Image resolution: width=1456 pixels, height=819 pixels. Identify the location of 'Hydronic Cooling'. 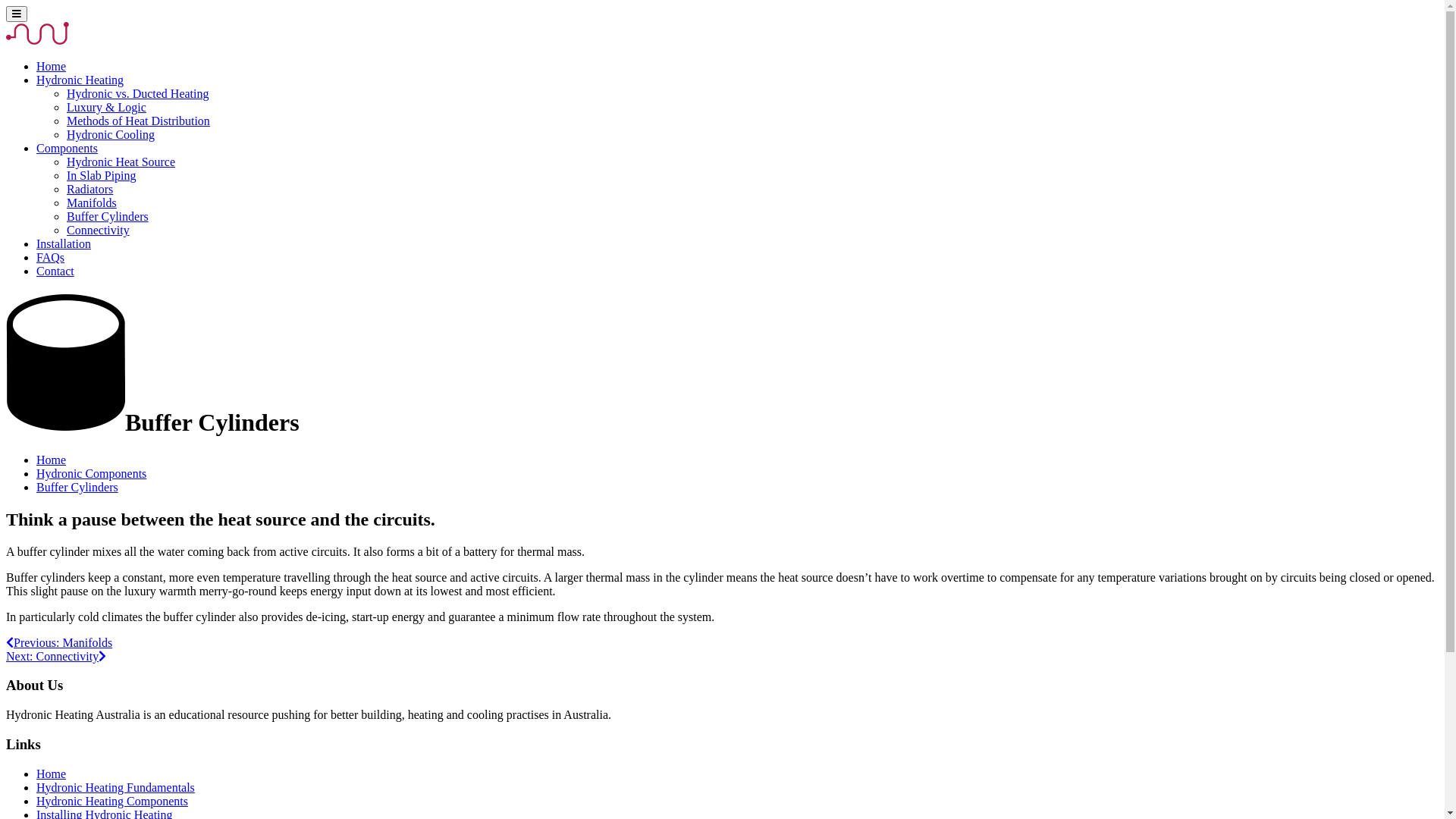
(109, 133).